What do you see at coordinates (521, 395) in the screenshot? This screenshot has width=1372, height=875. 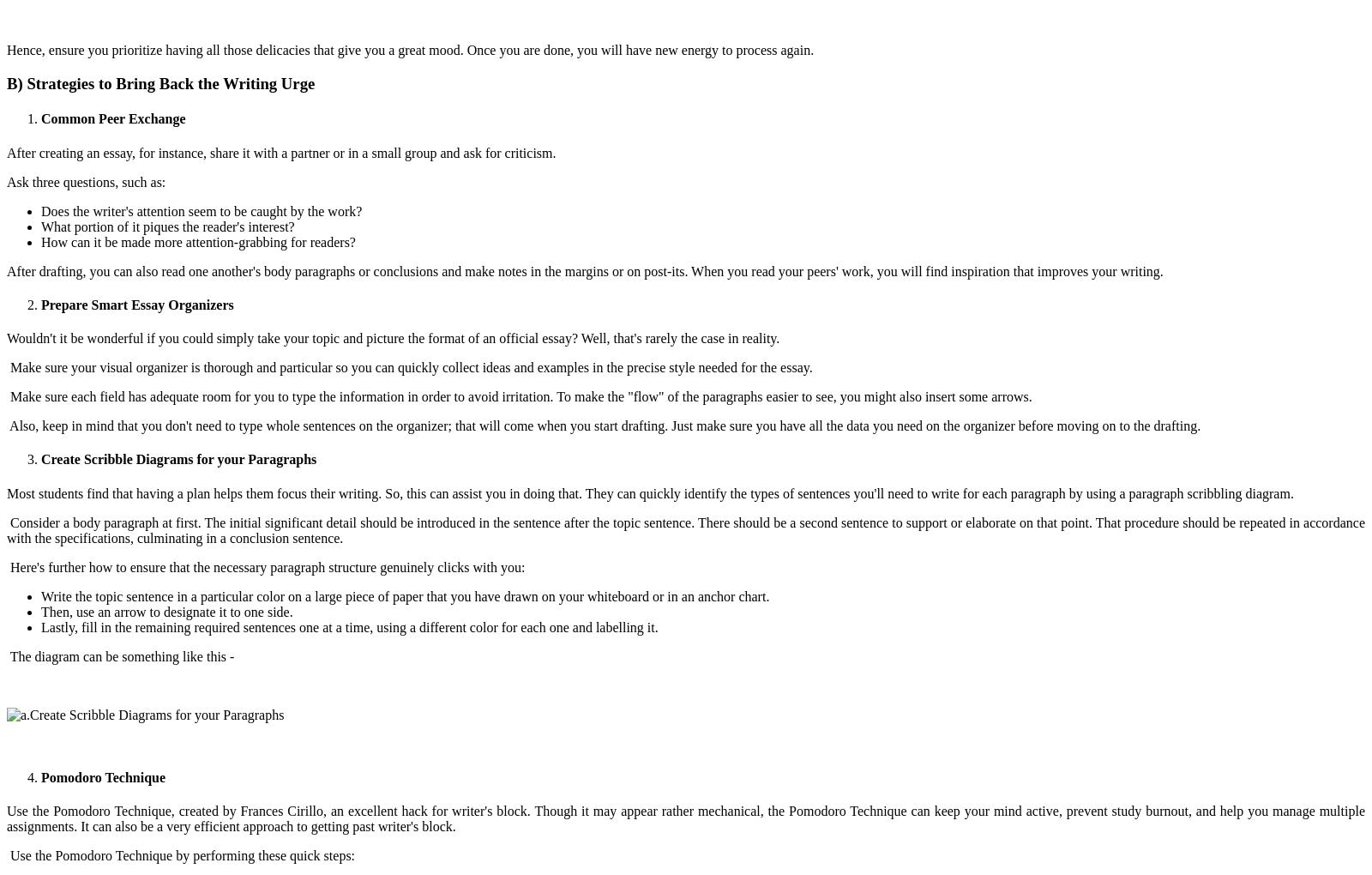 I see `'Make sure each field has adequate room for you to type the information in order to avoid irritation. To make the "flow" of the paragraphs easier to see, you might also insert some arrows.'` at bounding box center [521, 395].